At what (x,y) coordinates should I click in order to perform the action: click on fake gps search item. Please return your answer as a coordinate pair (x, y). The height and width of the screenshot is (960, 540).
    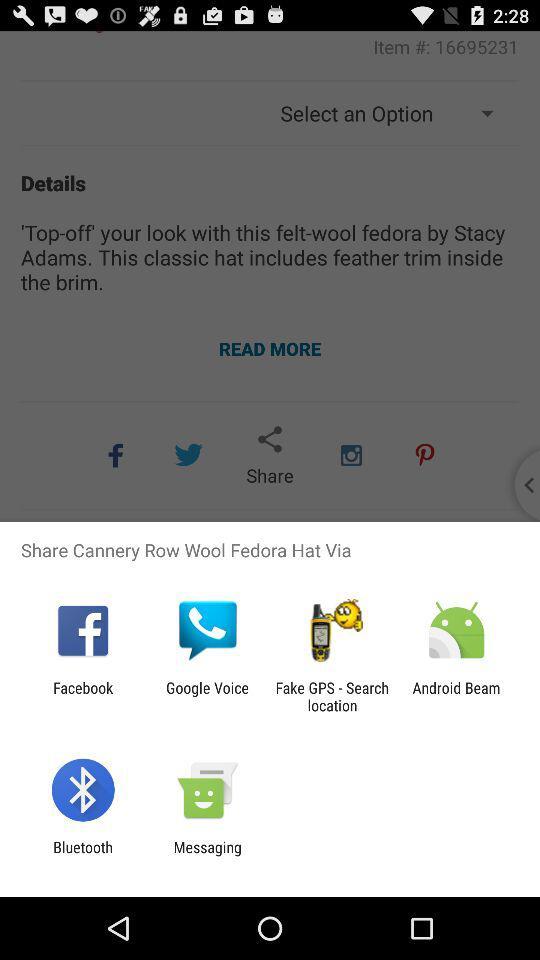
    Looking at the image, I should click on (332, 696).